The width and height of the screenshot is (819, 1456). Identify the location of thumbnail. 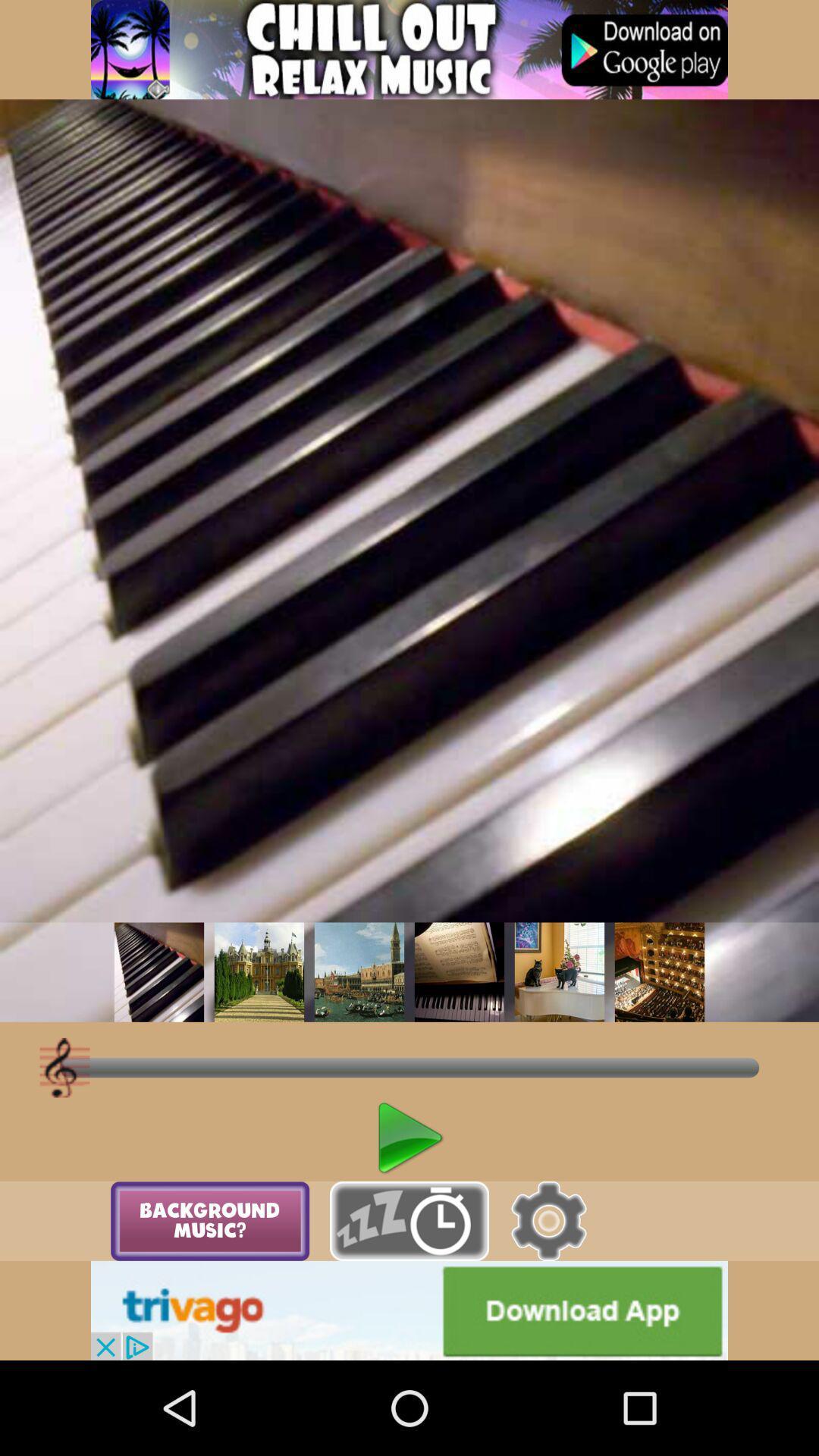
(559, 972).